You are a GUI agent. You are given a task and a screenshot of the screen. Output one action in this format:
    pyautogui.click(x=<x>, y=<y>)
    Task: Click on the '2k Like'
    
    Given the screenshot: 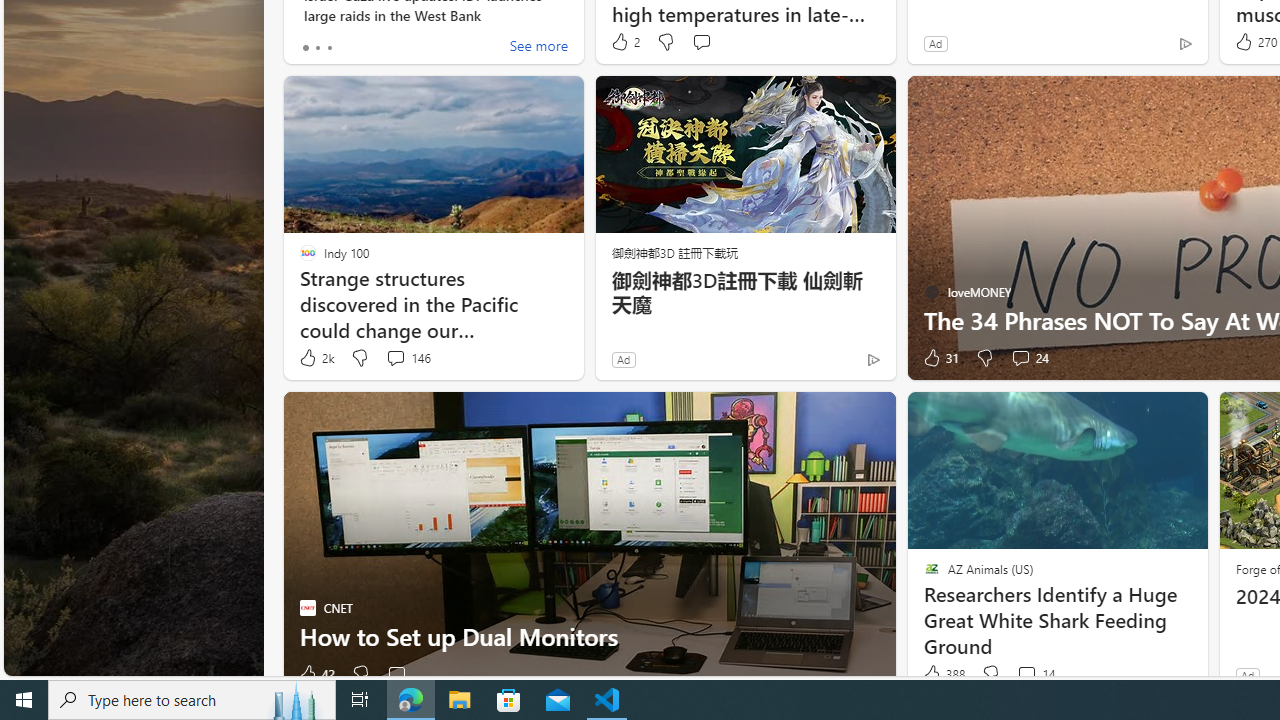 What is the action you would take?
    pyautogui.click(x=314, y=357)
    